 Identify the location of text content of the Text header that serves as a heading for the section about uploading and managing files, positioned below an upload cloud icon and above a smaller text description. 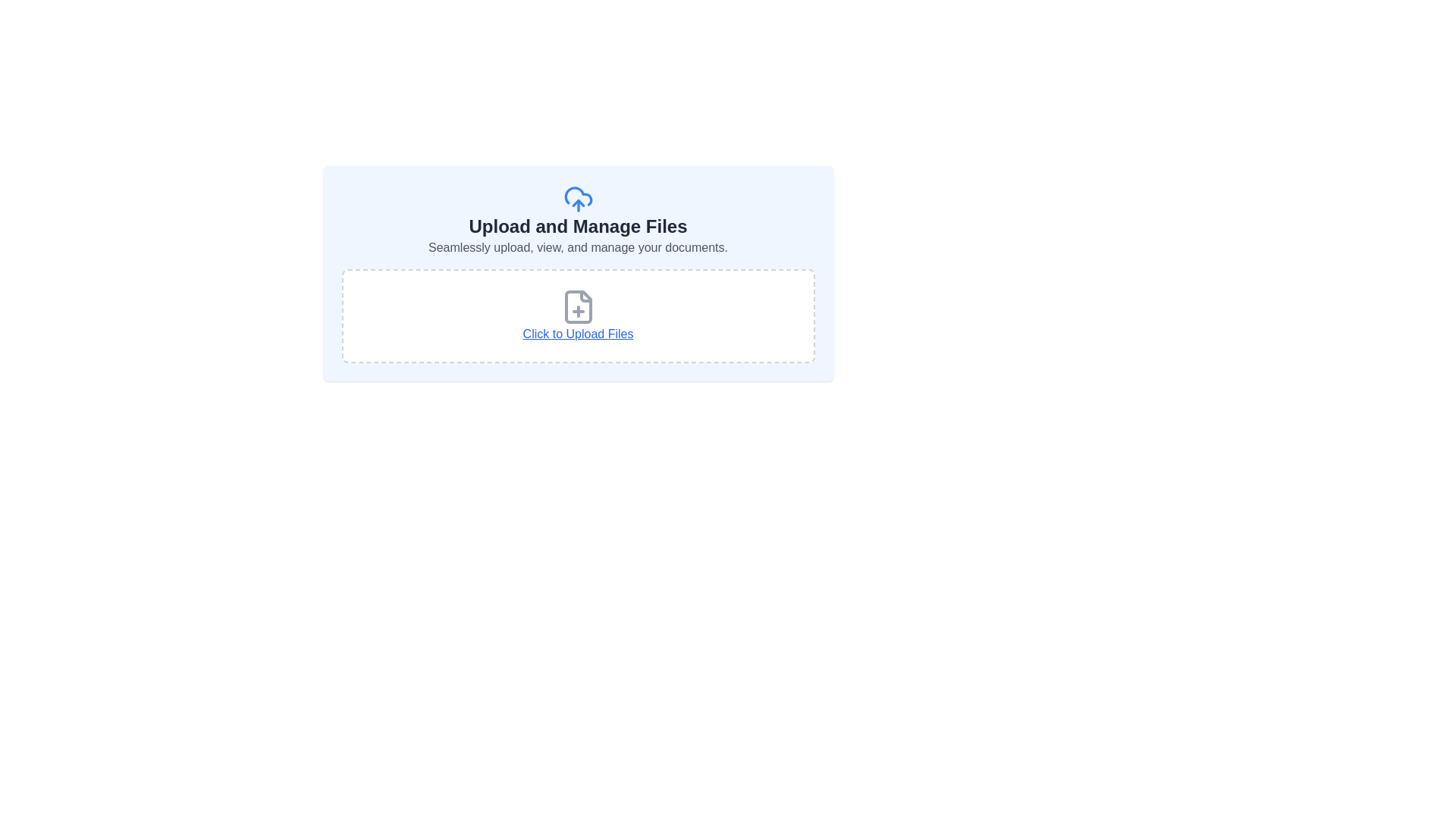
(577, 227).